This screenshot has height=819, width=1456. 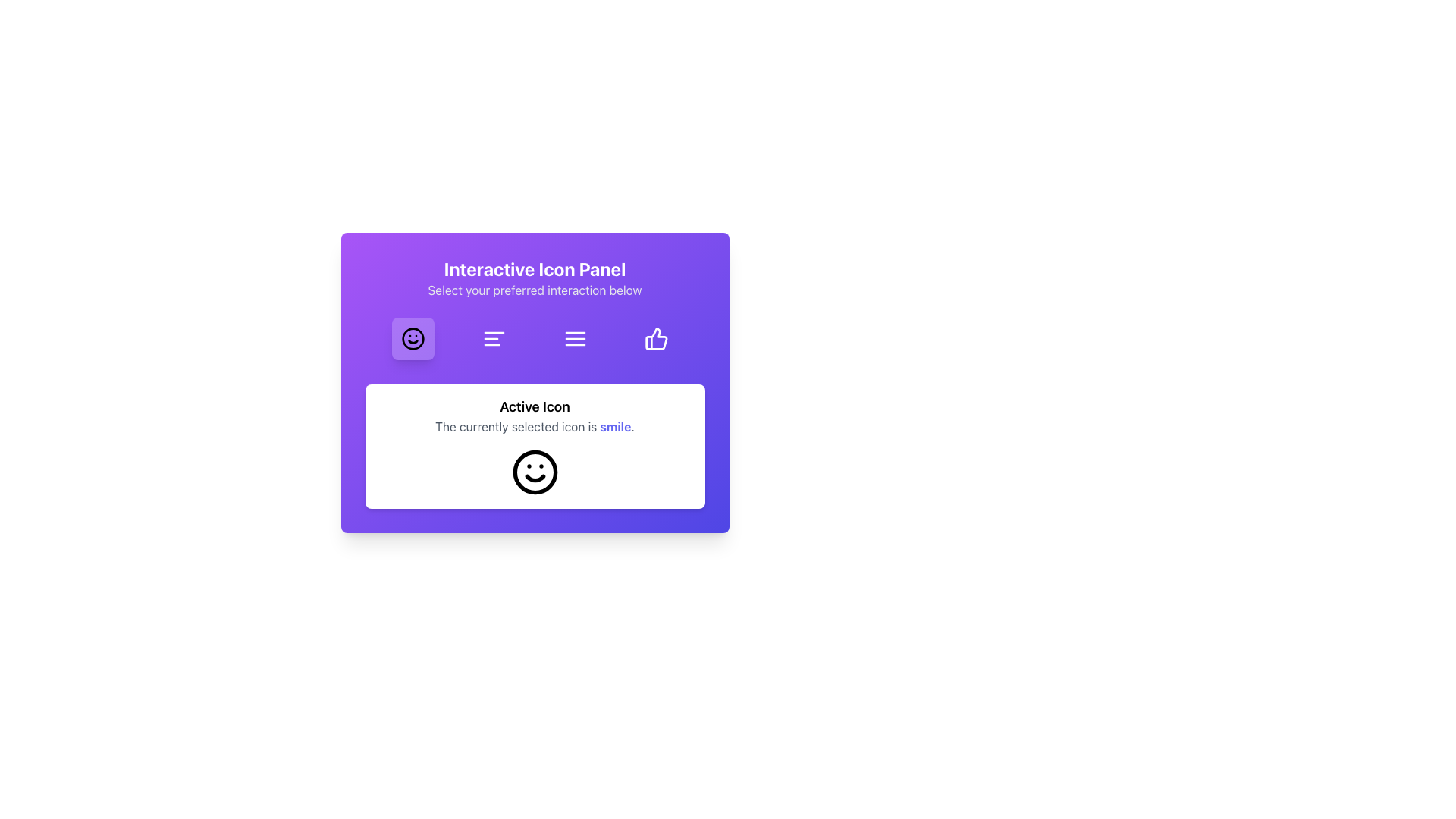 What do you see at coordinates (535, 382) in the screenshot?
I see `user interaction panel element located centrally within the purple-themed panel by invoking developer tools` at bounding box center [535, 382].